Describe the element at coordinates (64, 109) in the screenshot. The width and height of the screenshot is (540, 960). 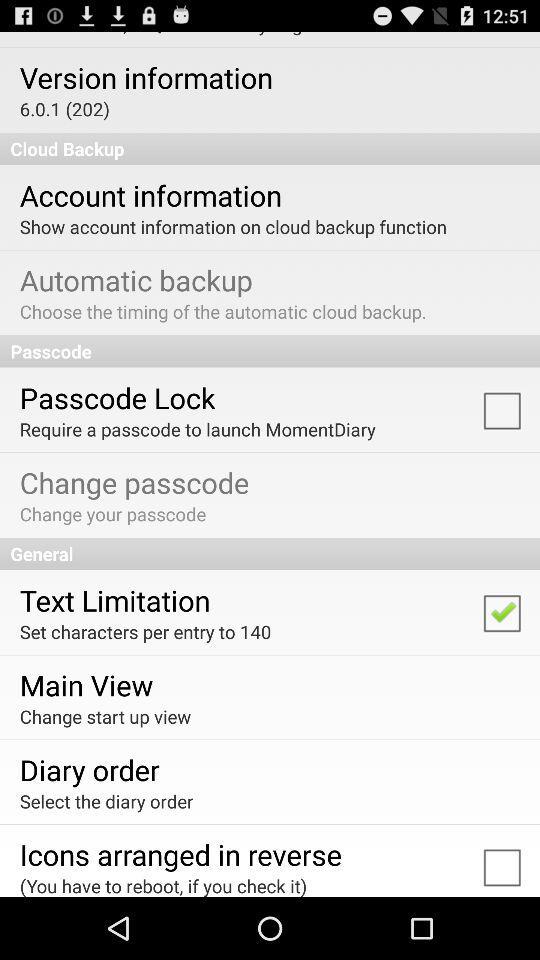
I see `6 0 1` at that location.